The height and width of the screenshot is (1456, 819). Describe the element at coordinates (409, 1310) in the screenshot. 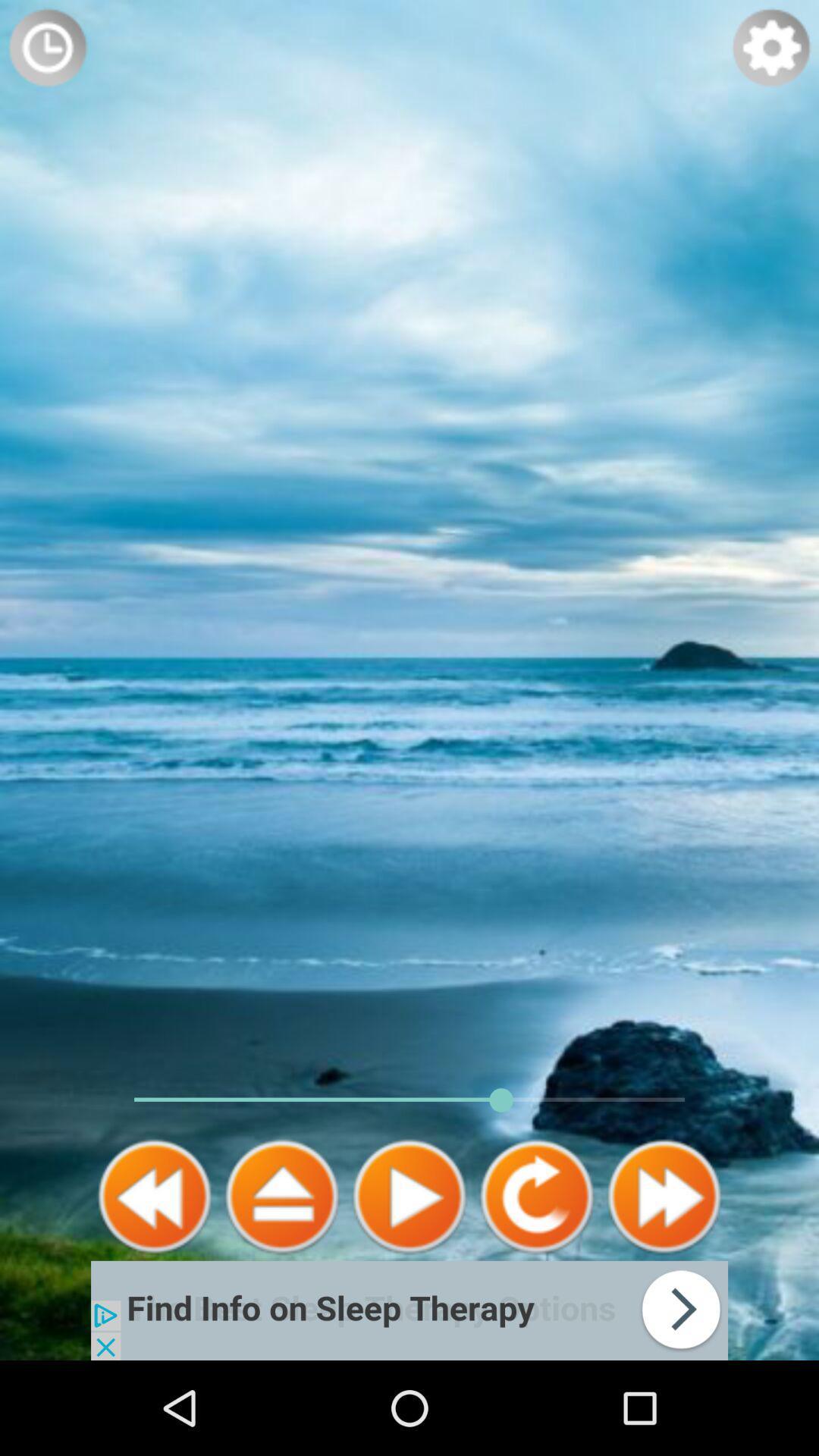

I see `open advertisement` at that location.